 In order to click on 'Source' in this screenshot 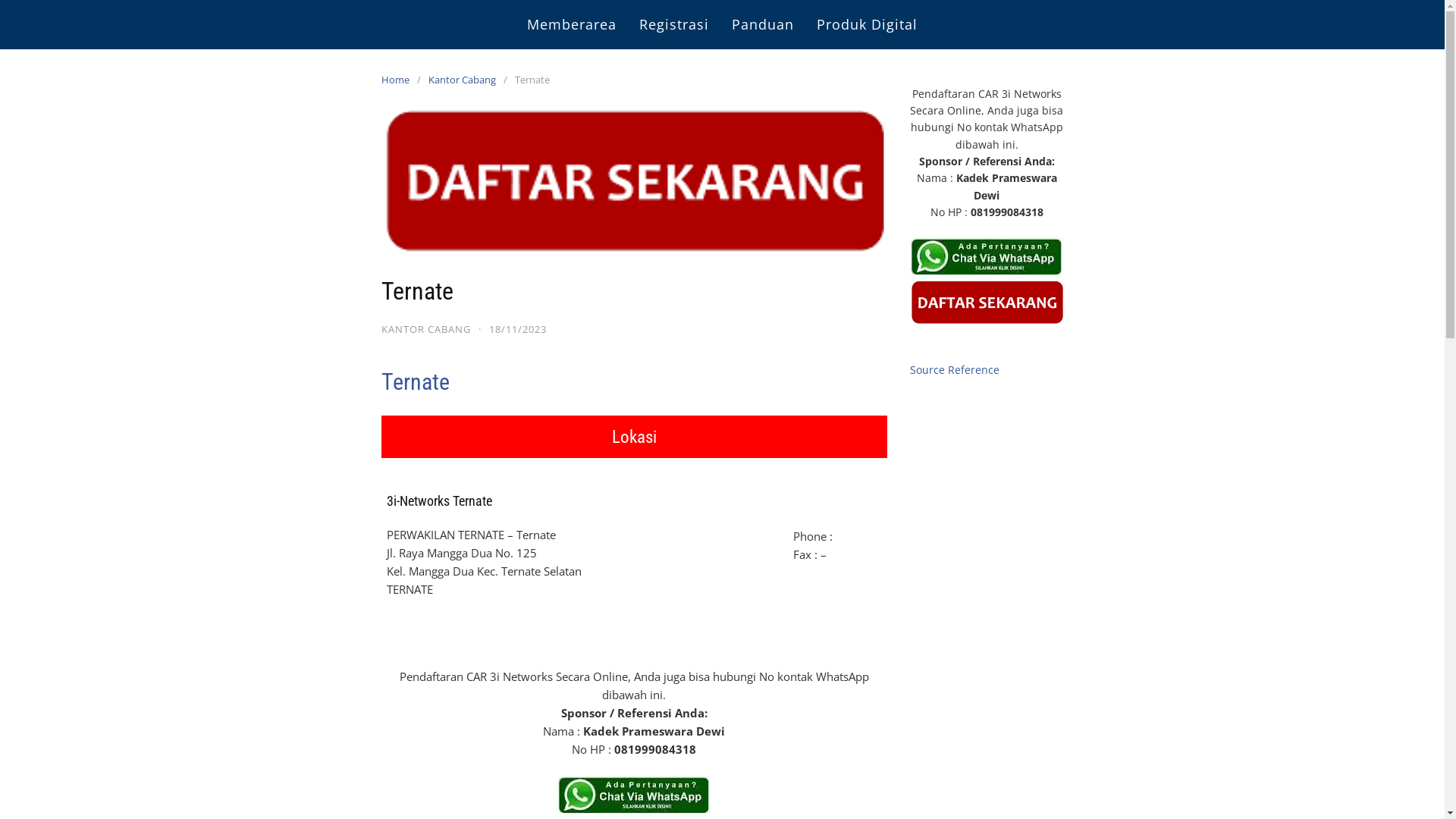, I will do `click(927, 369)`.